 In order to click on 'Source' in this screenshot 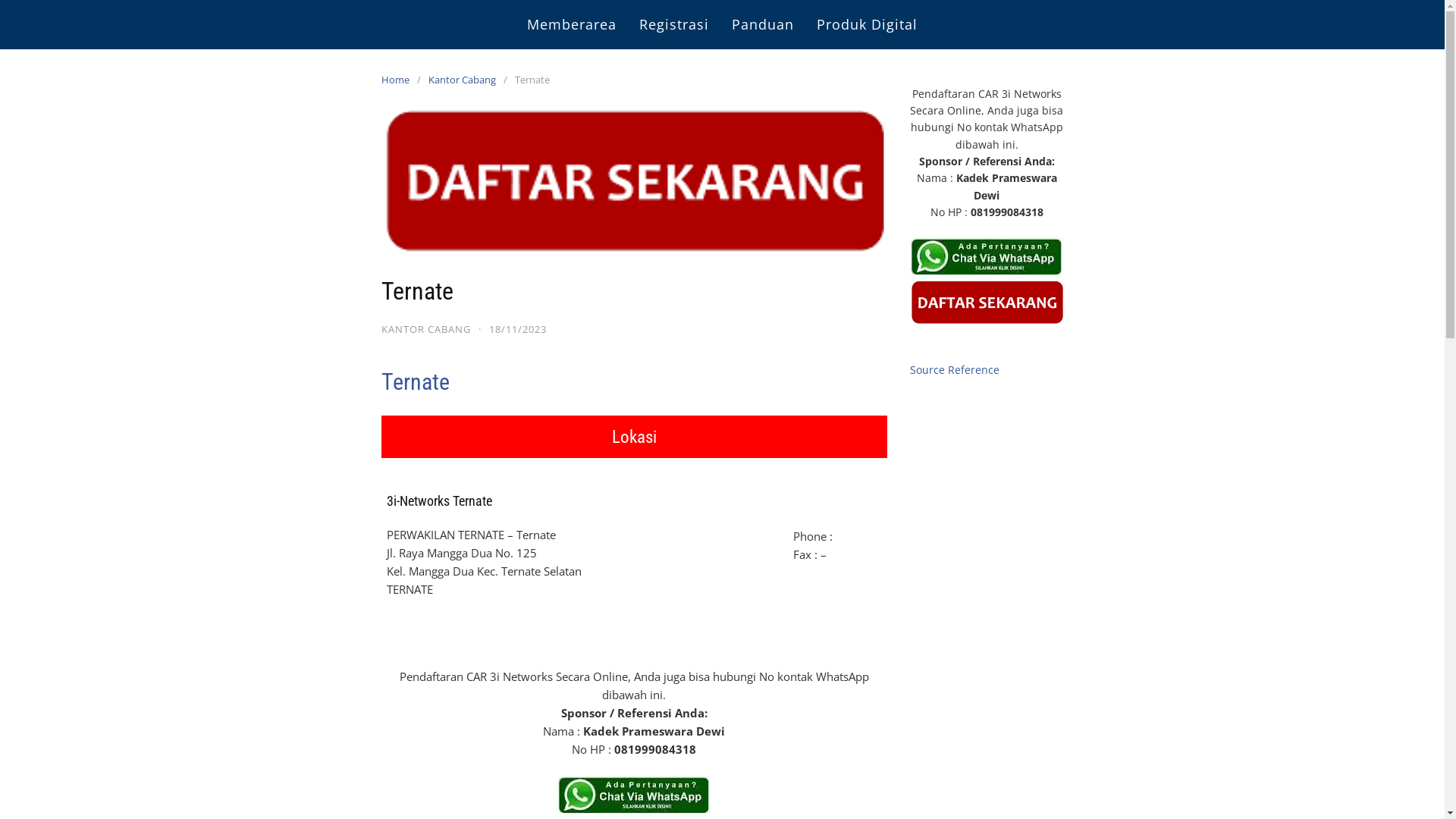, I will do `click(927, 369)`.